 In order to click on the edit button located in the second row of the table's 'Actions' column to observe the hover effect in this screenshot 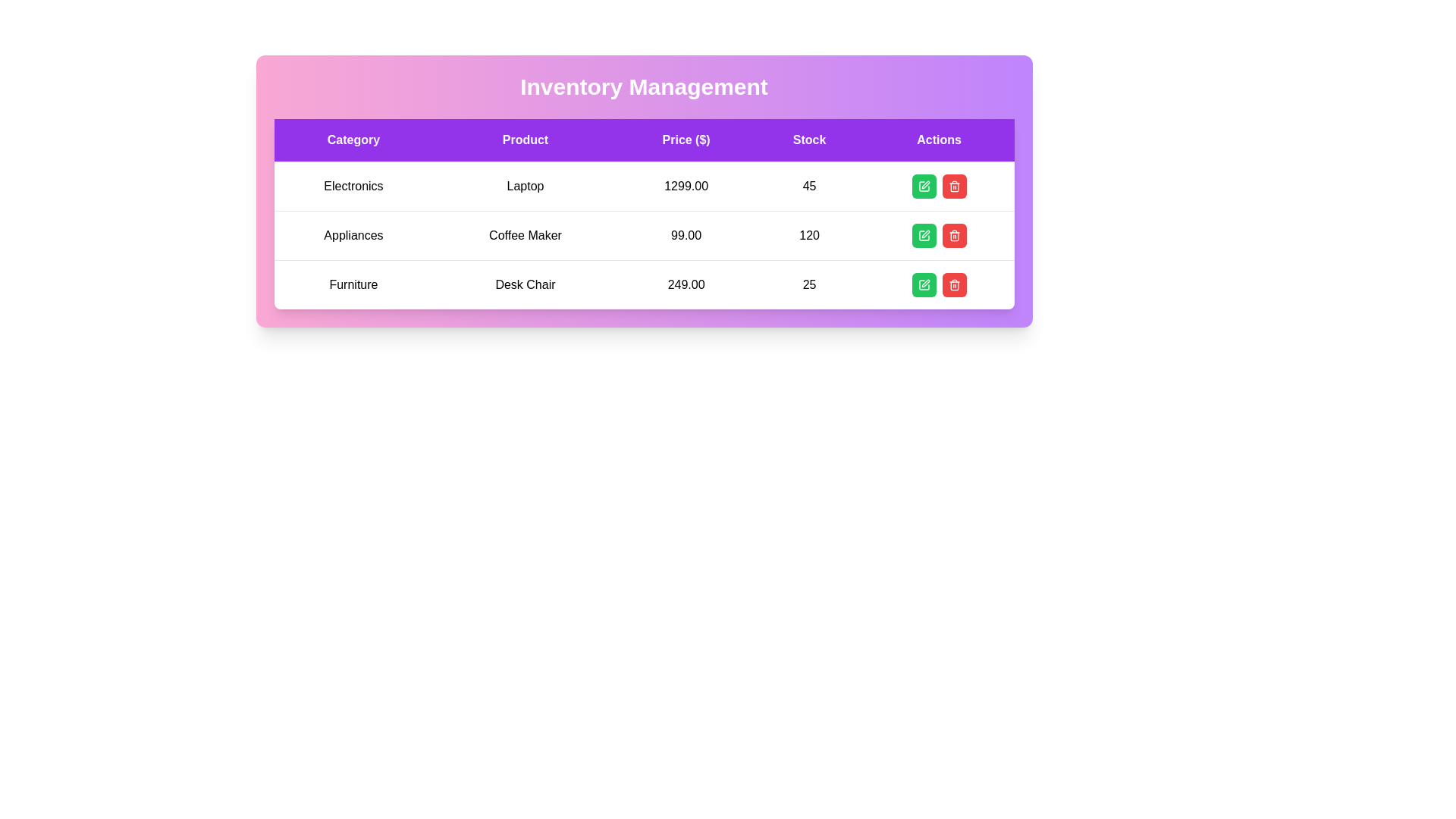, I will do `click(923, 236)`.